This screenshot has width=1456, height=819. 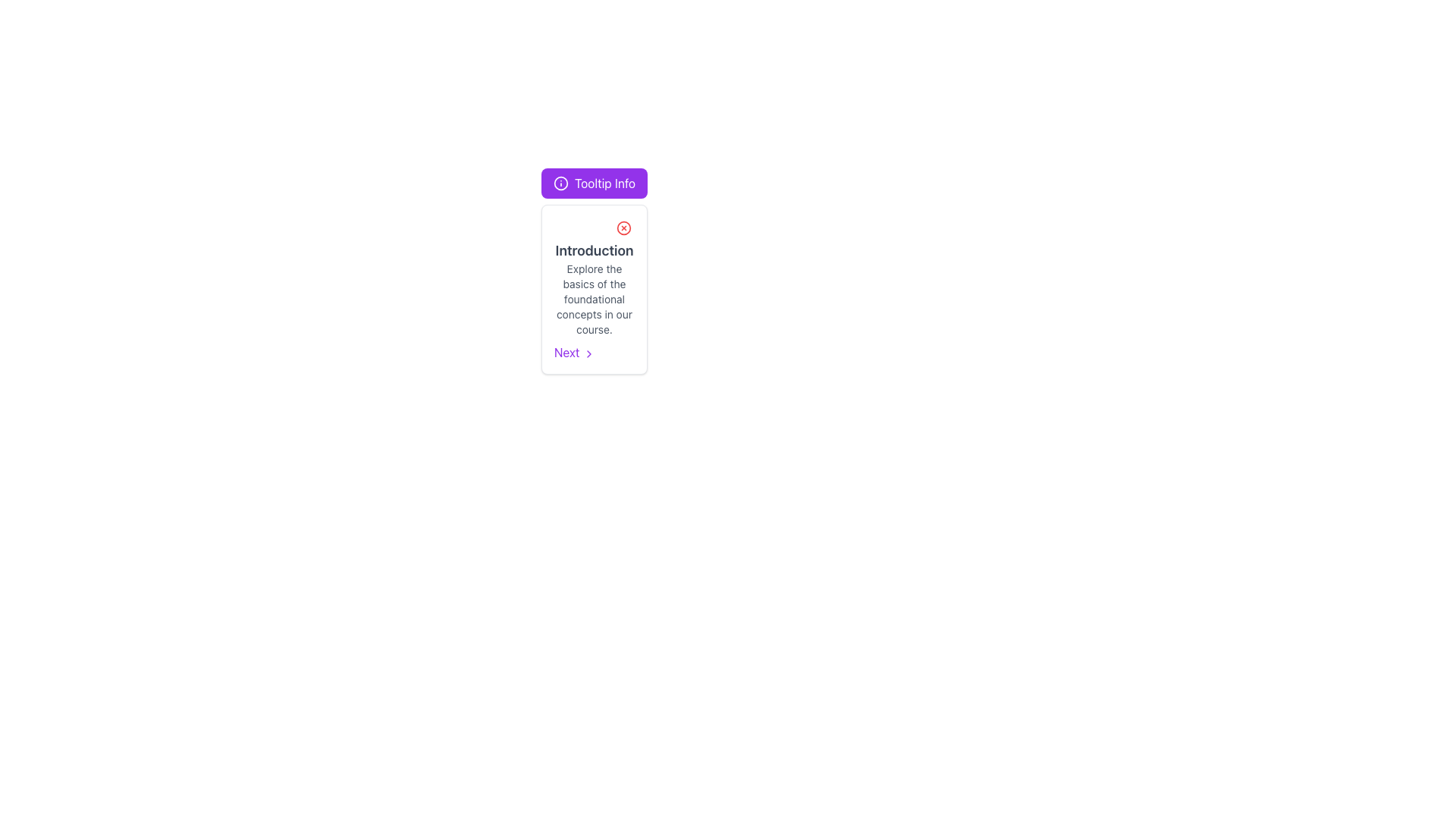 What do you see at coordinates (593, 289) in the screenshot?
I see `the text block containing the title 'Introduction' and description in the tooltip component` at bounding box center [593, 289].